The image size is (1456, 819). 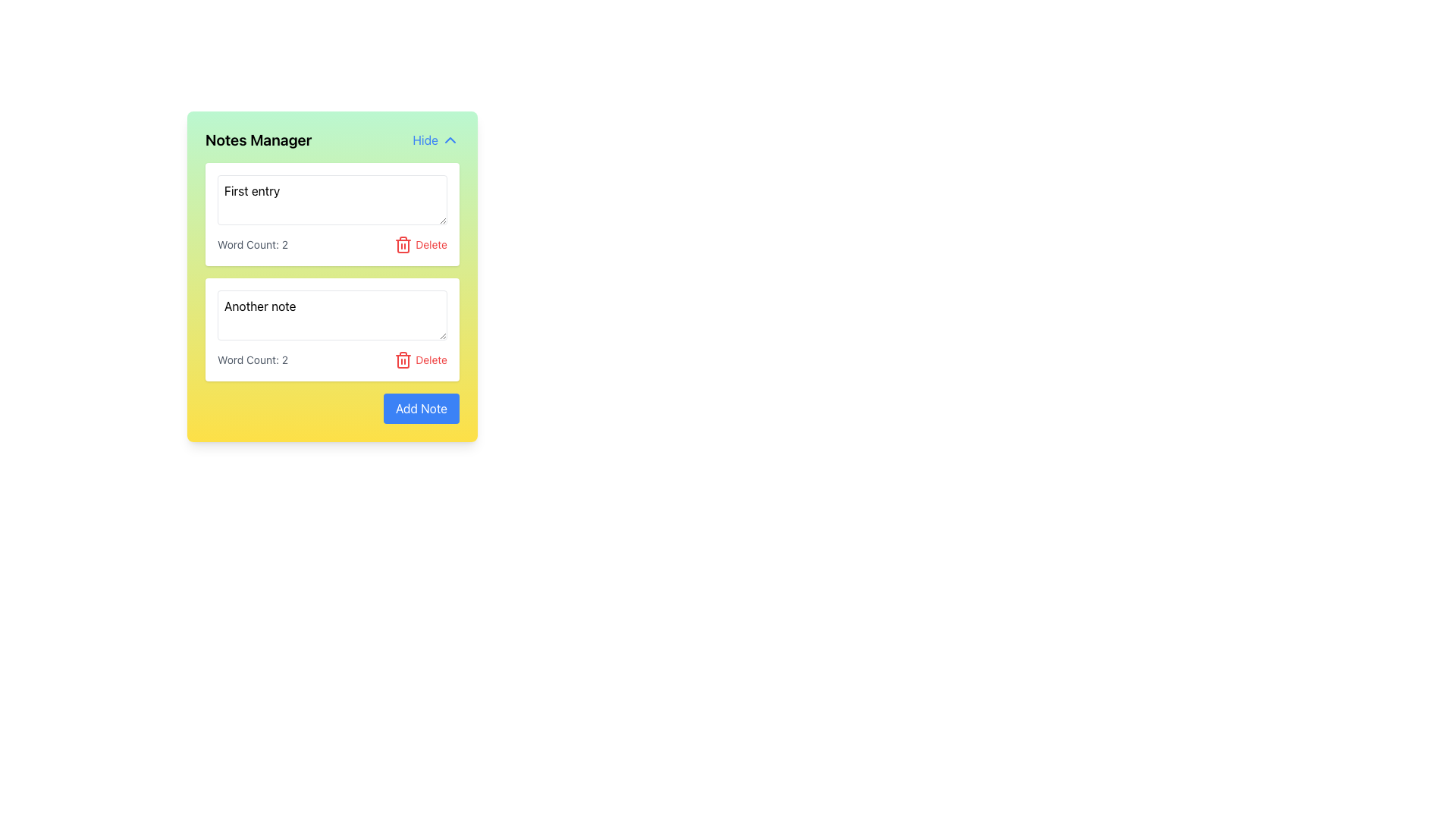 What do you see at coordinates (421, 359) in the screenshot?
I see `the second 'Delete' button in the note management interface` at bounding box center [421, 359].